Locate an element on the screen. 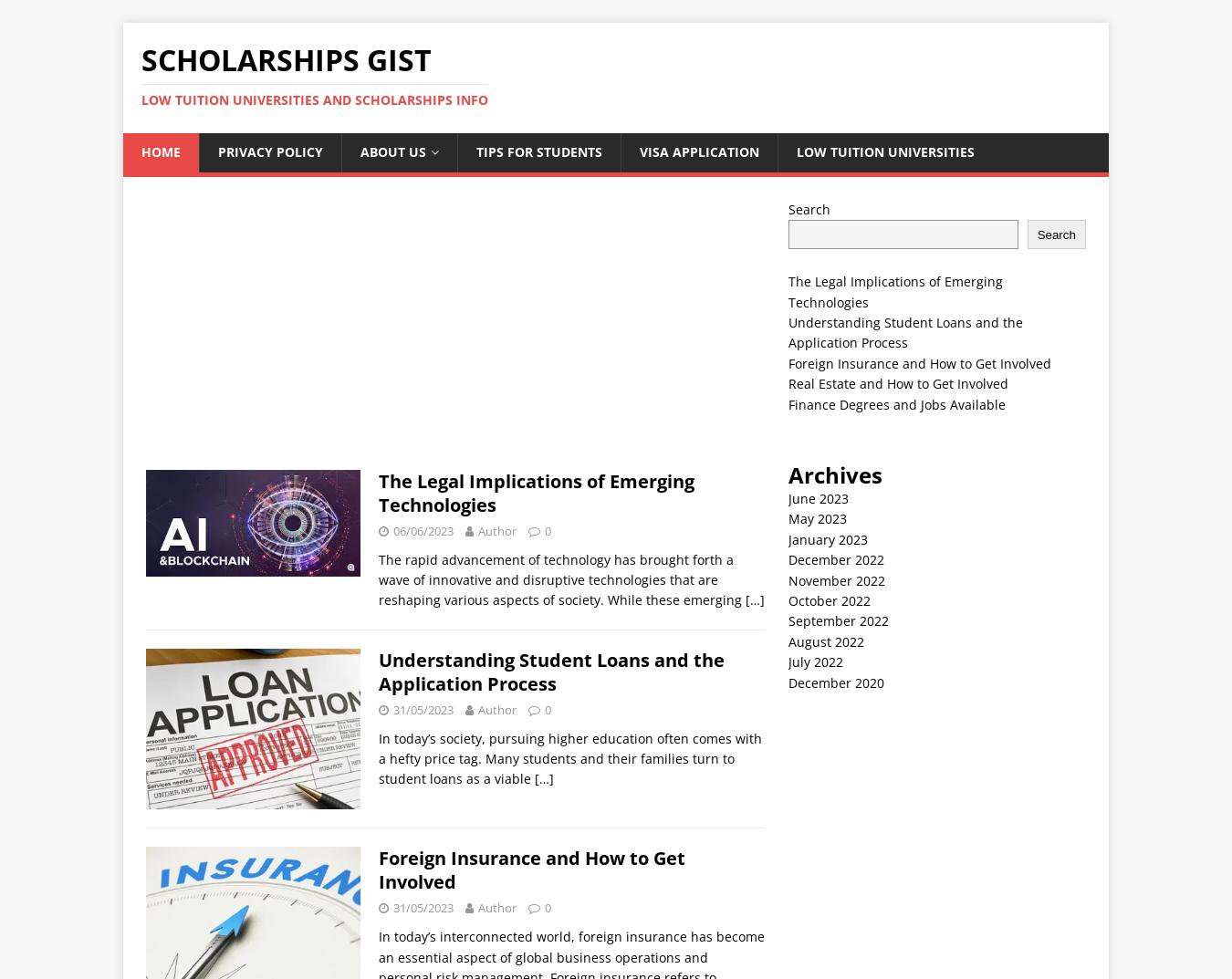 The image size is (1232, 979). 'September 2022' is located at coordinates (788, 620).